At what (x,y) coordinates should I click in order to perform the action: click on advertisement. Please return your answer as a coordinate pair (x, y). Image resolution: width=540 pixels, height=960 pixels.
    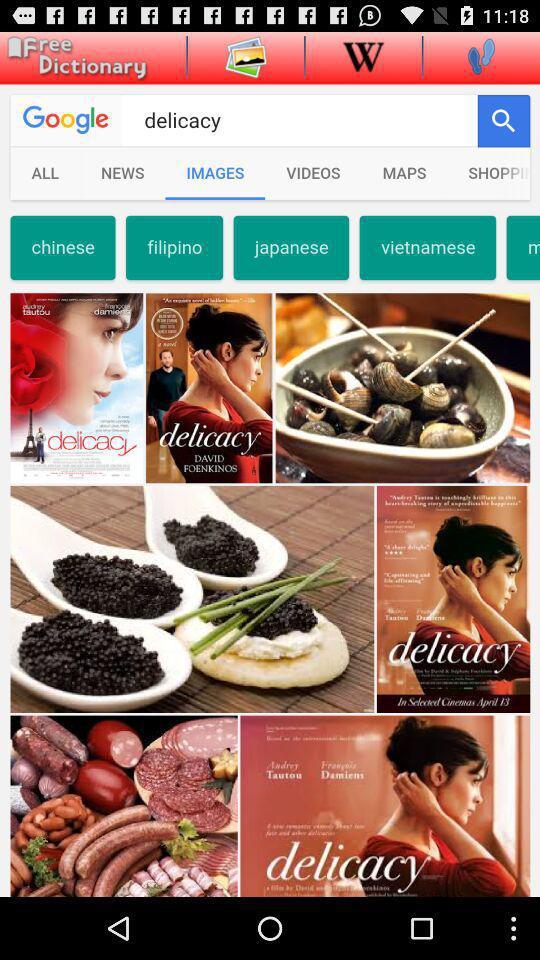
    Looking at the image, I should click on (73, 57).